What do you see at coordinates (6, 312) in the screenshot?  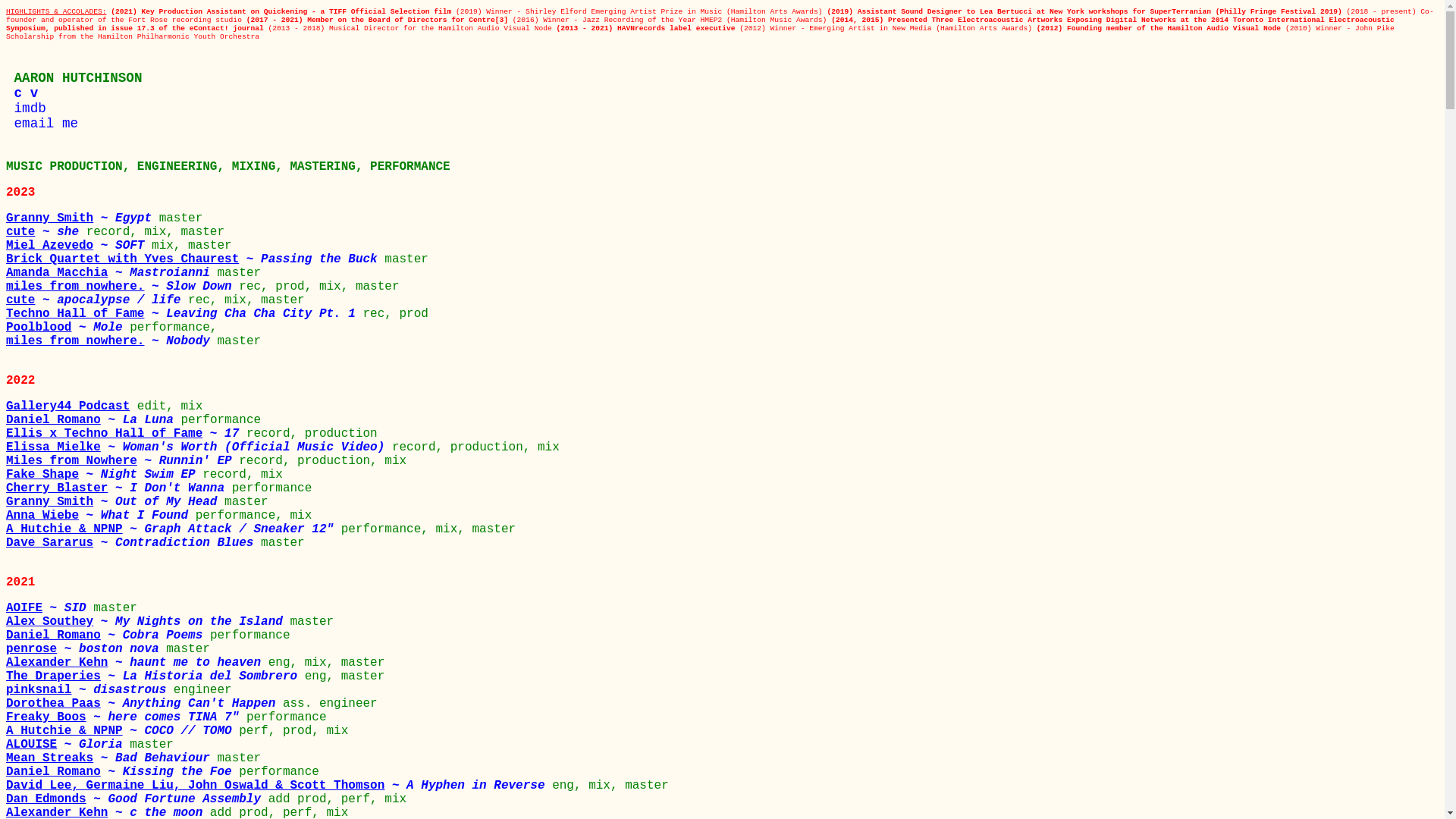 I see `'Techno Hall of Fame ~ Leaving Cha Cha City Pt. 1'` at bounding box center [6, 312].